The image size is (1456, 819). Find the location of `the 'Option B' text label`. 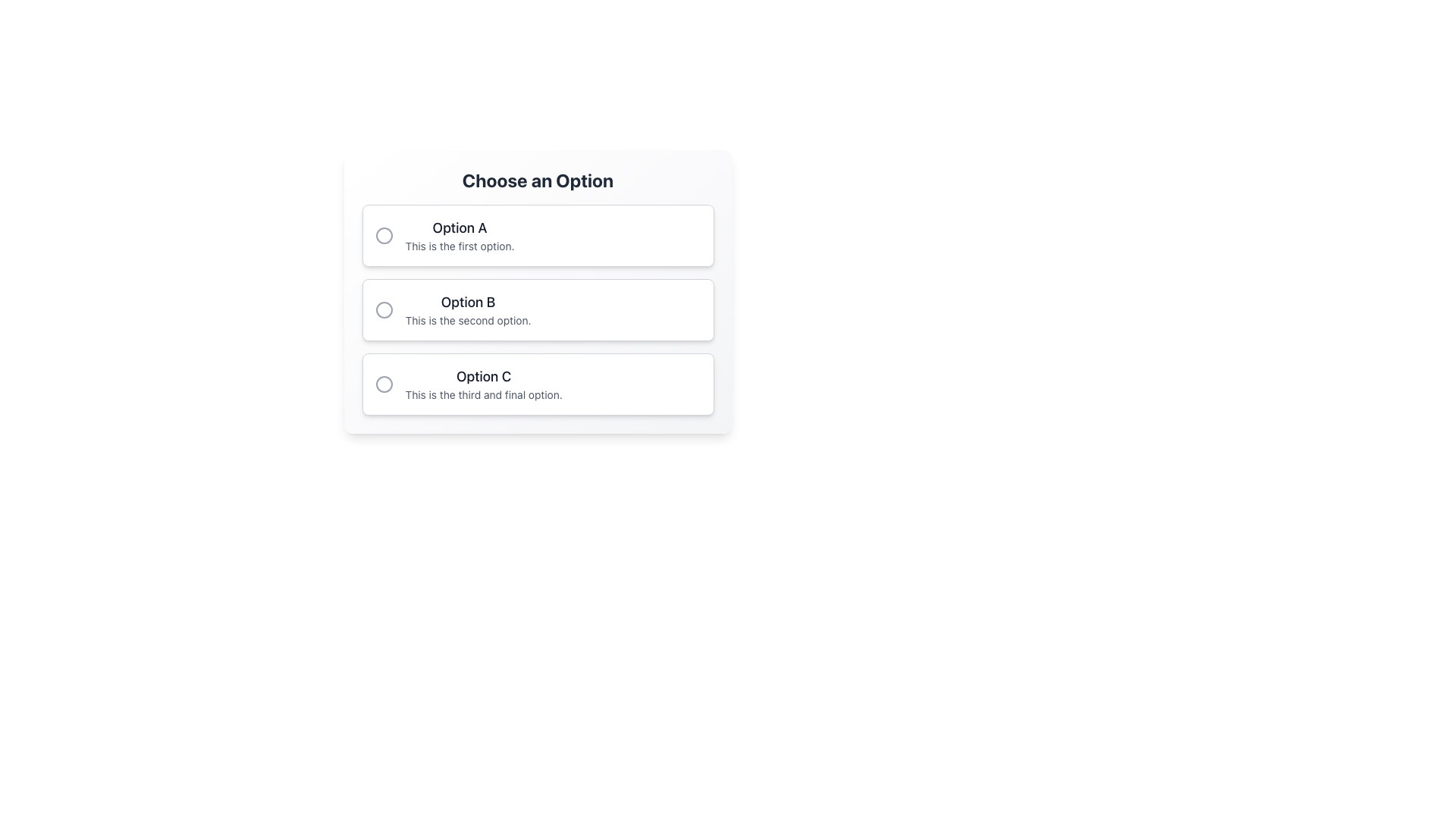

the 'Option B' text label is located at coordinates (467, 302).